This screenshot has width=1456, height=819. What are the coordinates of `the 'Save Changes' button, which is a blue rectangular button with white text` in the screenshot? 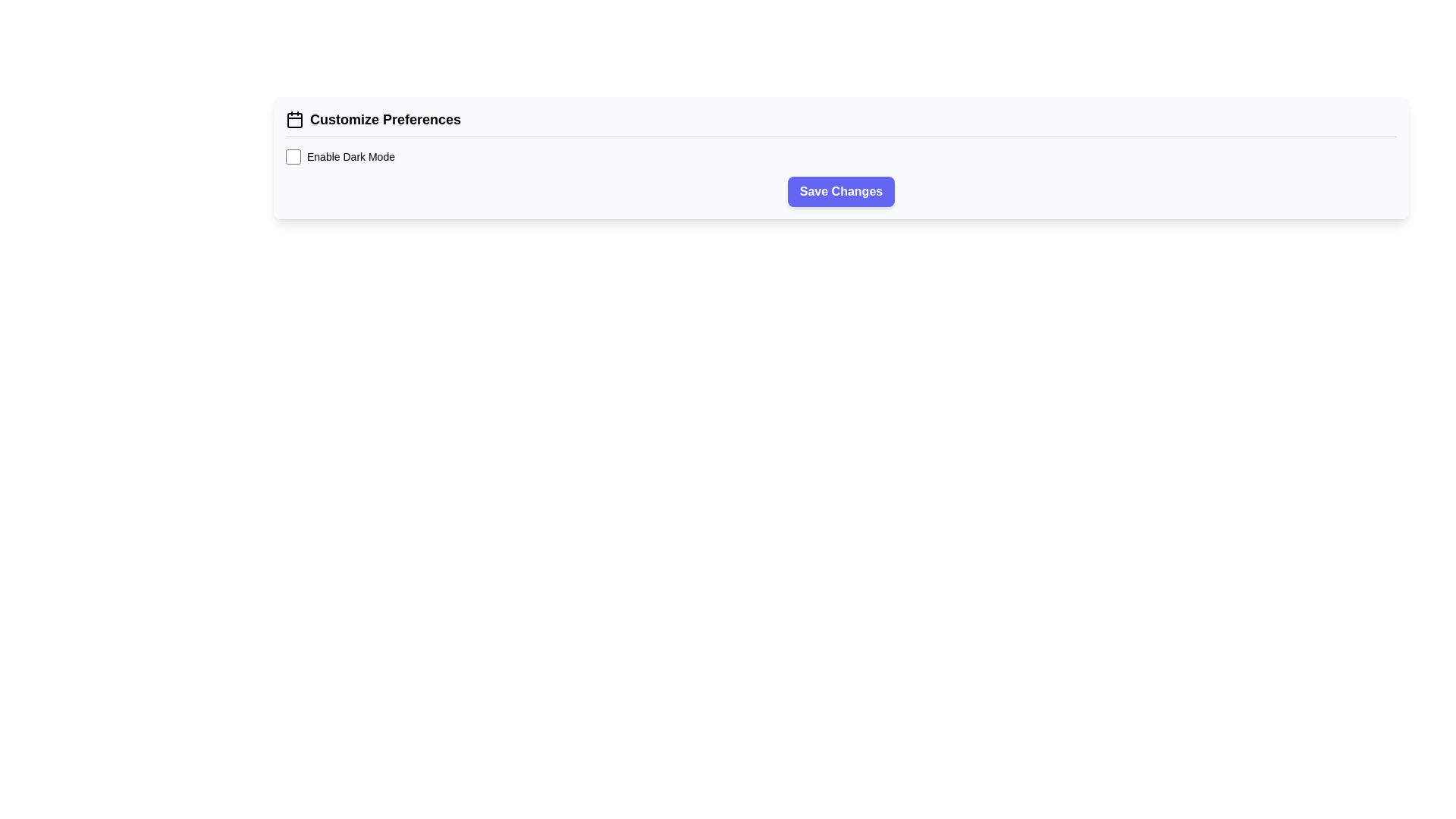 It's located at (840, 191).